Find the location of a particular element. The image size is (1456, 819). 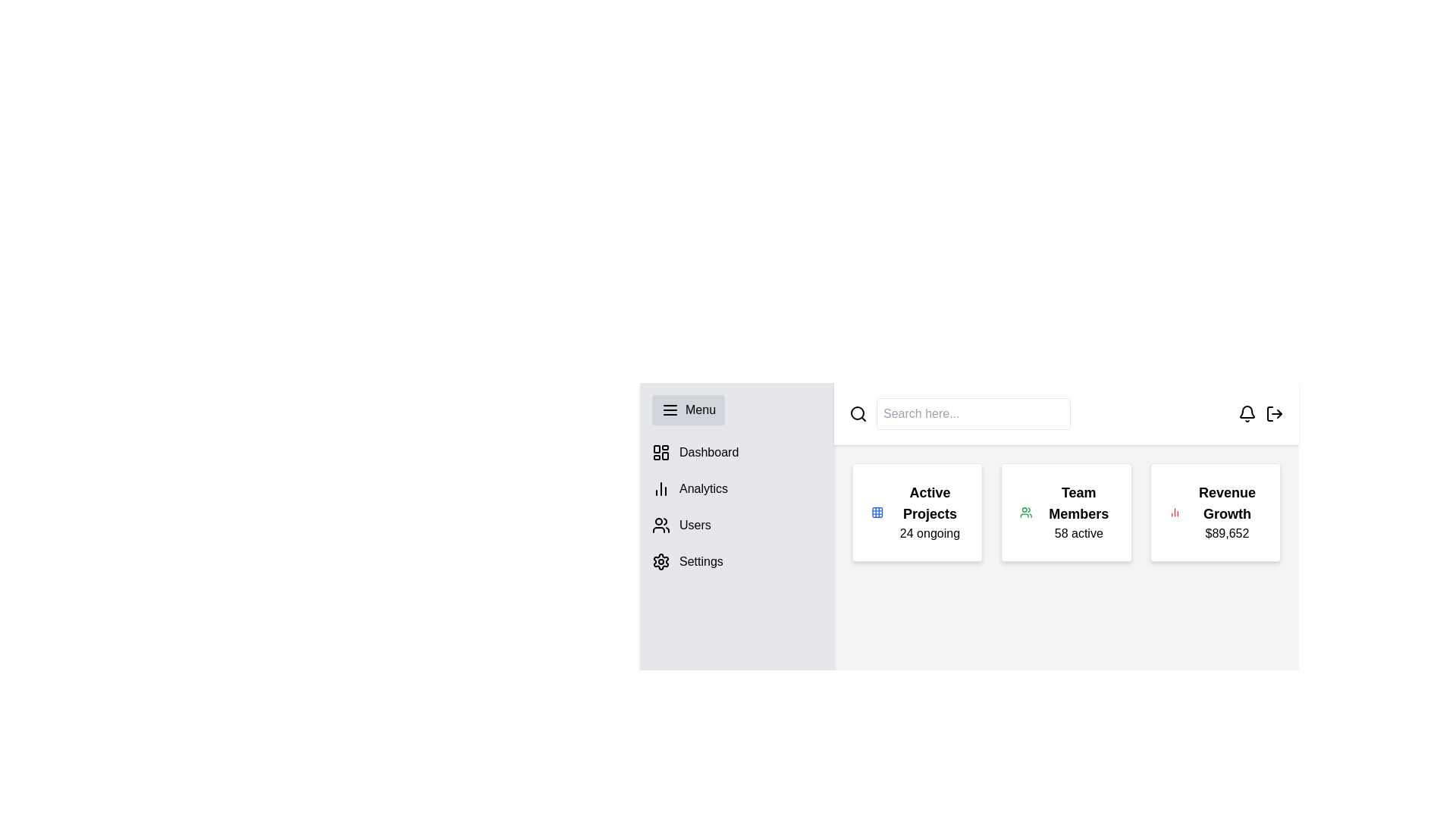

the 'Team Members' text display block, which features a bold title and smaller text indicating '58 active', located on the second card in a row of cards is located at coordinates (1078, 512).